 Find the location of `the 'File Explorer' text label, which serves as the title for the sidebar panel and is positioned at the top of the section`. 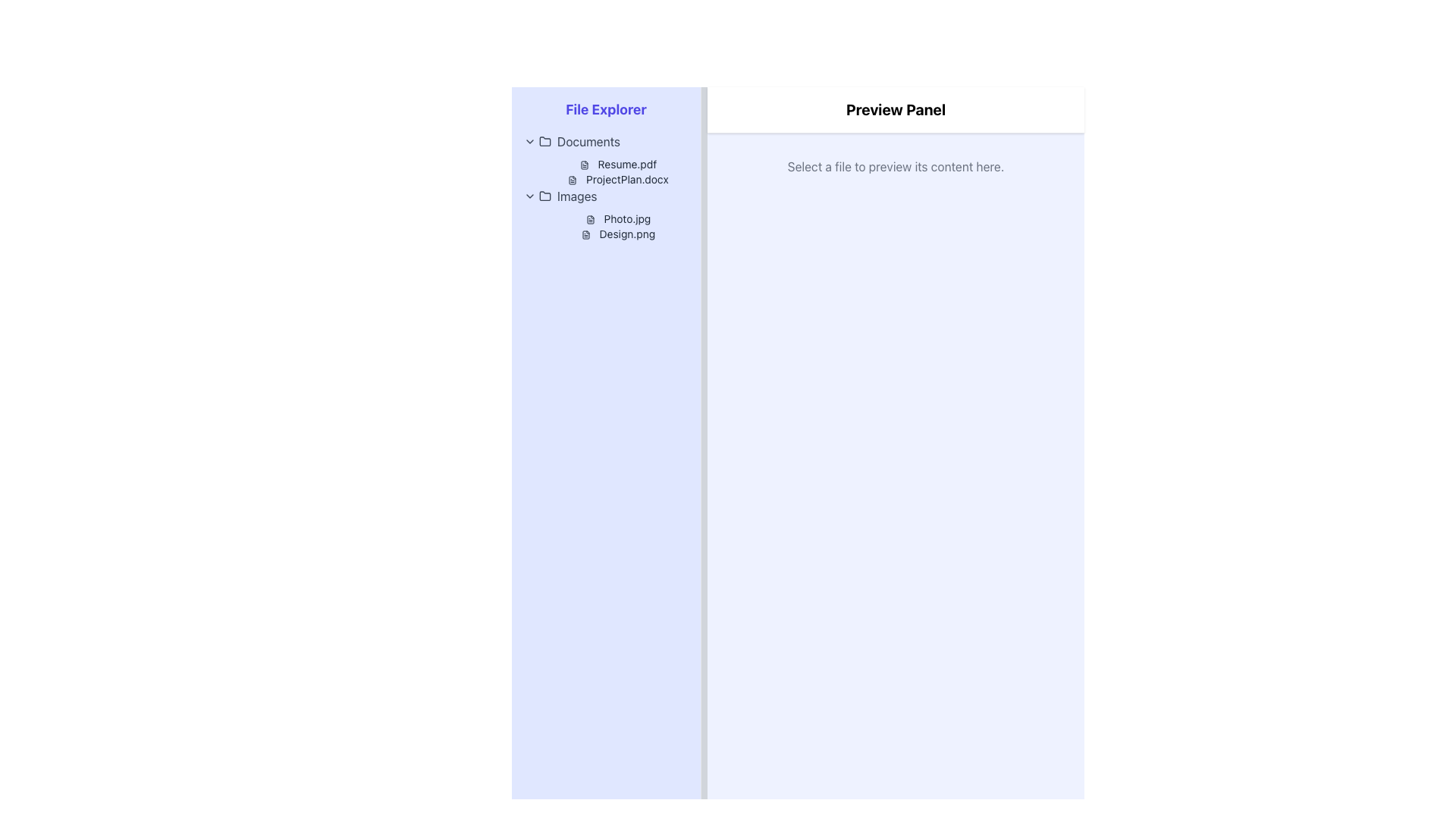

the 'File Explorer' text label, which serves as the title for the sidebar panel and is positioned at the top of the section is located at coordinates (605, 109).